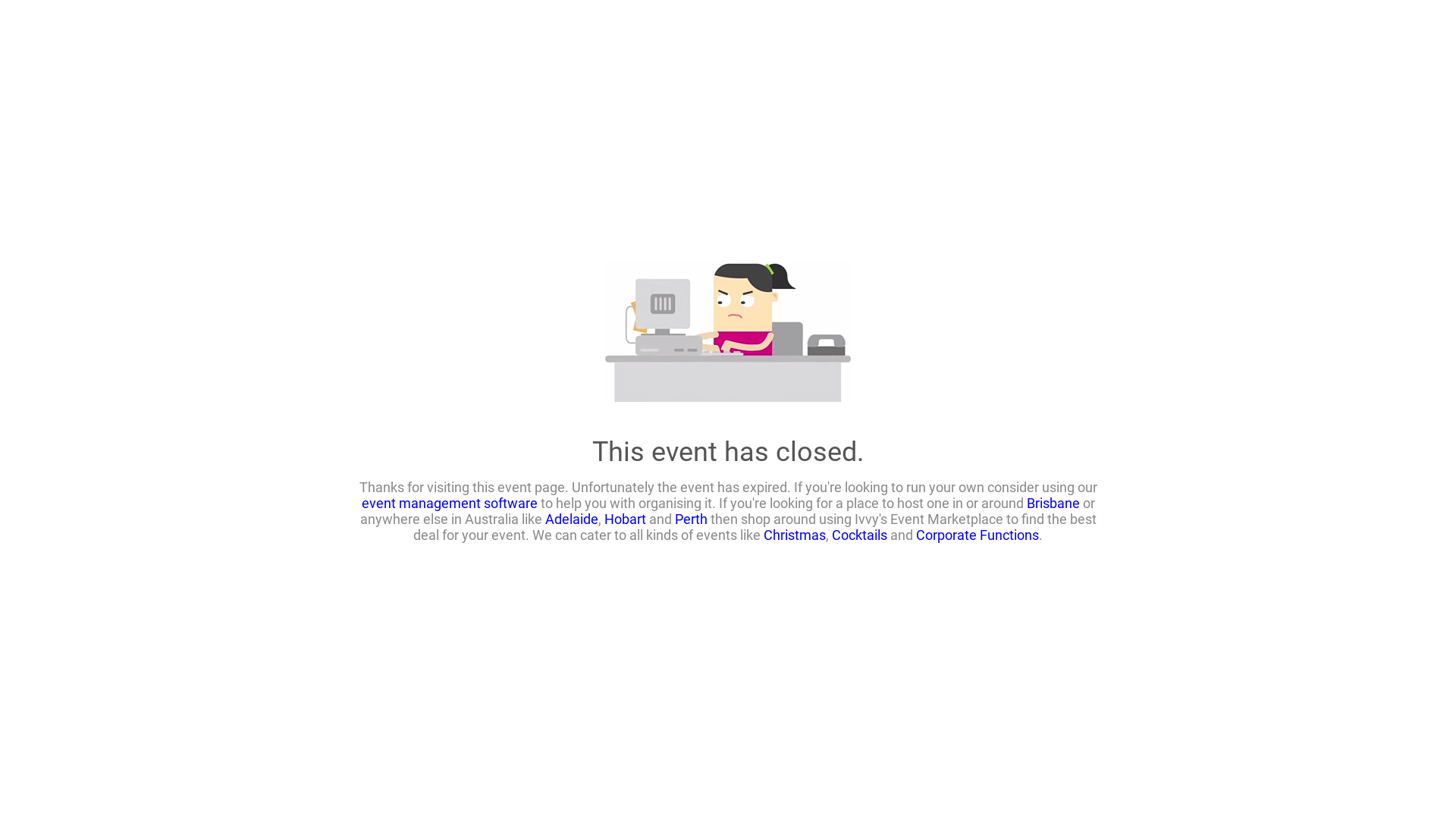 This screenshot has width=1456, height=819. What do you see at coordinates (1052, 502) in the screenshot?
I see `'Brisbane'` at bounding box center [1052, 502].